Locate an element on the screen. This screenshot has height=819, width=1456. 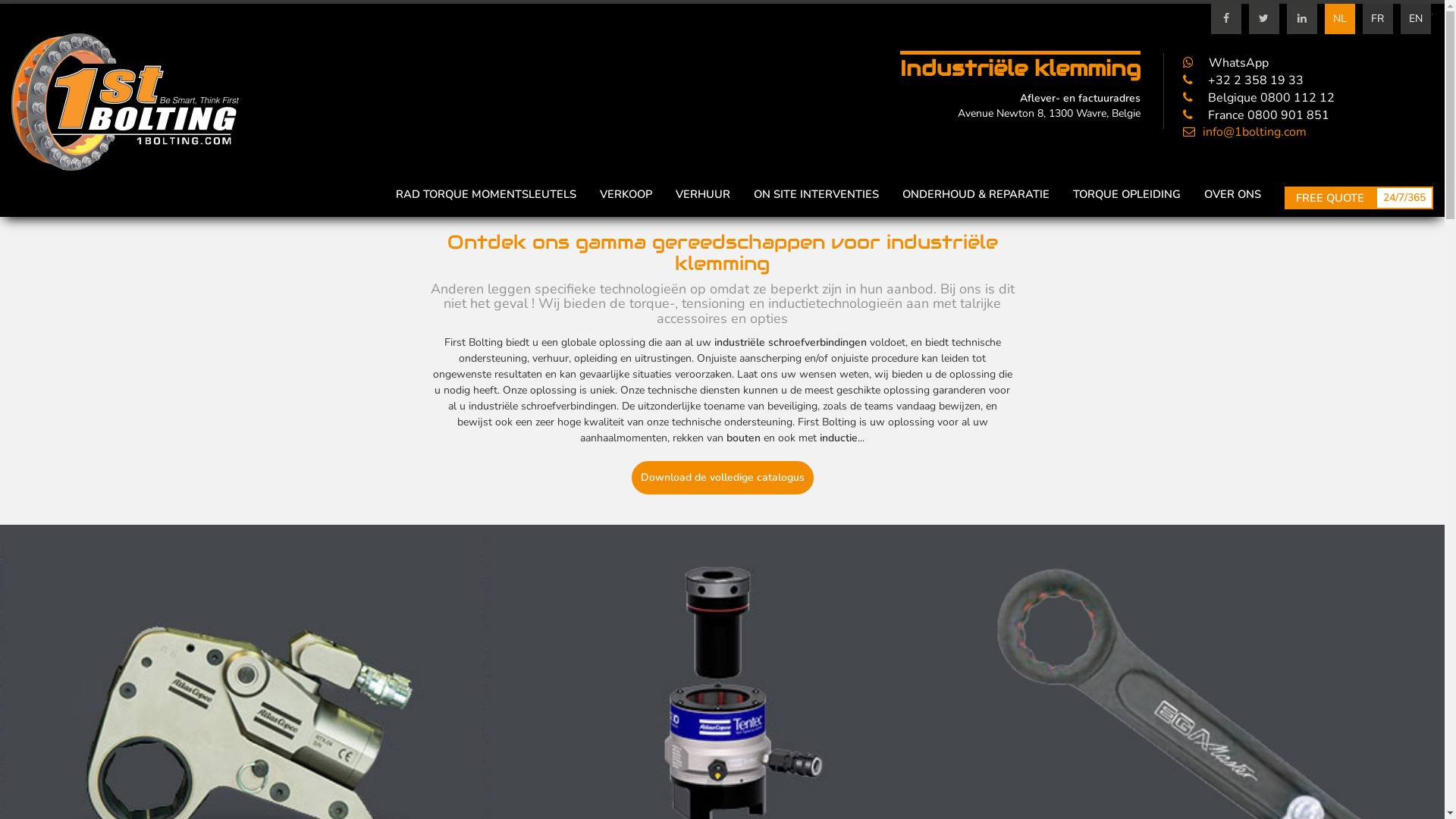
'Hydraulische momentsleutels (RT en RTX)' is located at coordinates (240, 734).